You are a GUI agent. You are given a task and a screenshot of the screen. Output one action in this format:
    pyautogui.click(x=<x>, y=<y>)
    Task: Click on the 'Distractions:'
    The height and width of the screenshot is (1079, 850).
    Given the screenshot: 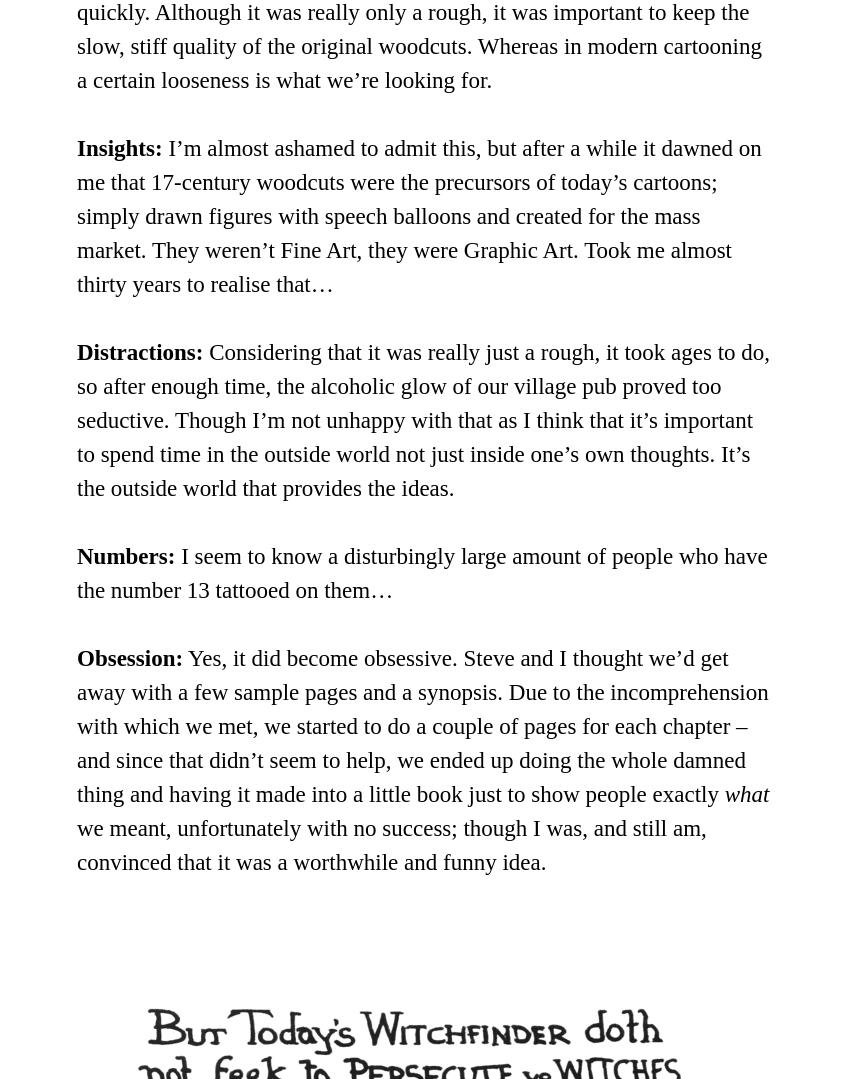 What is the action you would take?
    pyautogui.click(x=139, y=352)
    